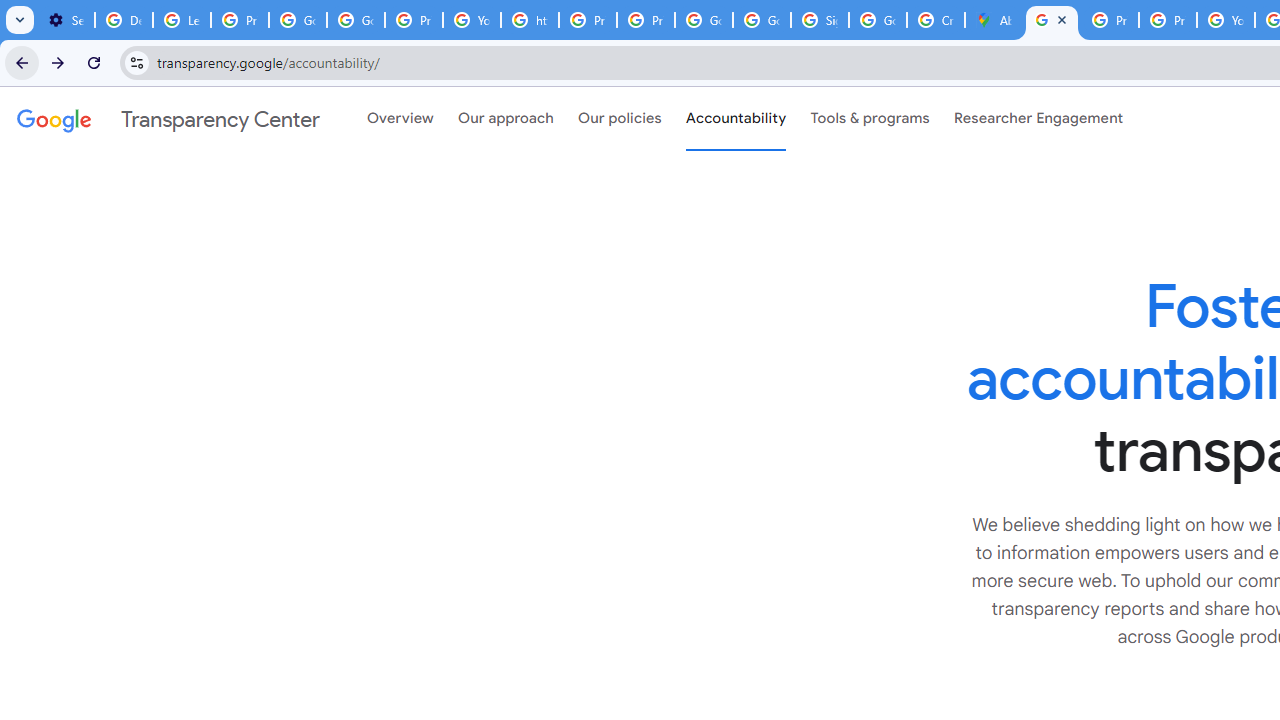 Image resolution: width=1280 pixels, height=720 pixels. Describe the element at coordinates (506, 119) in the screenshot. I see `'Our approach'` at that location.